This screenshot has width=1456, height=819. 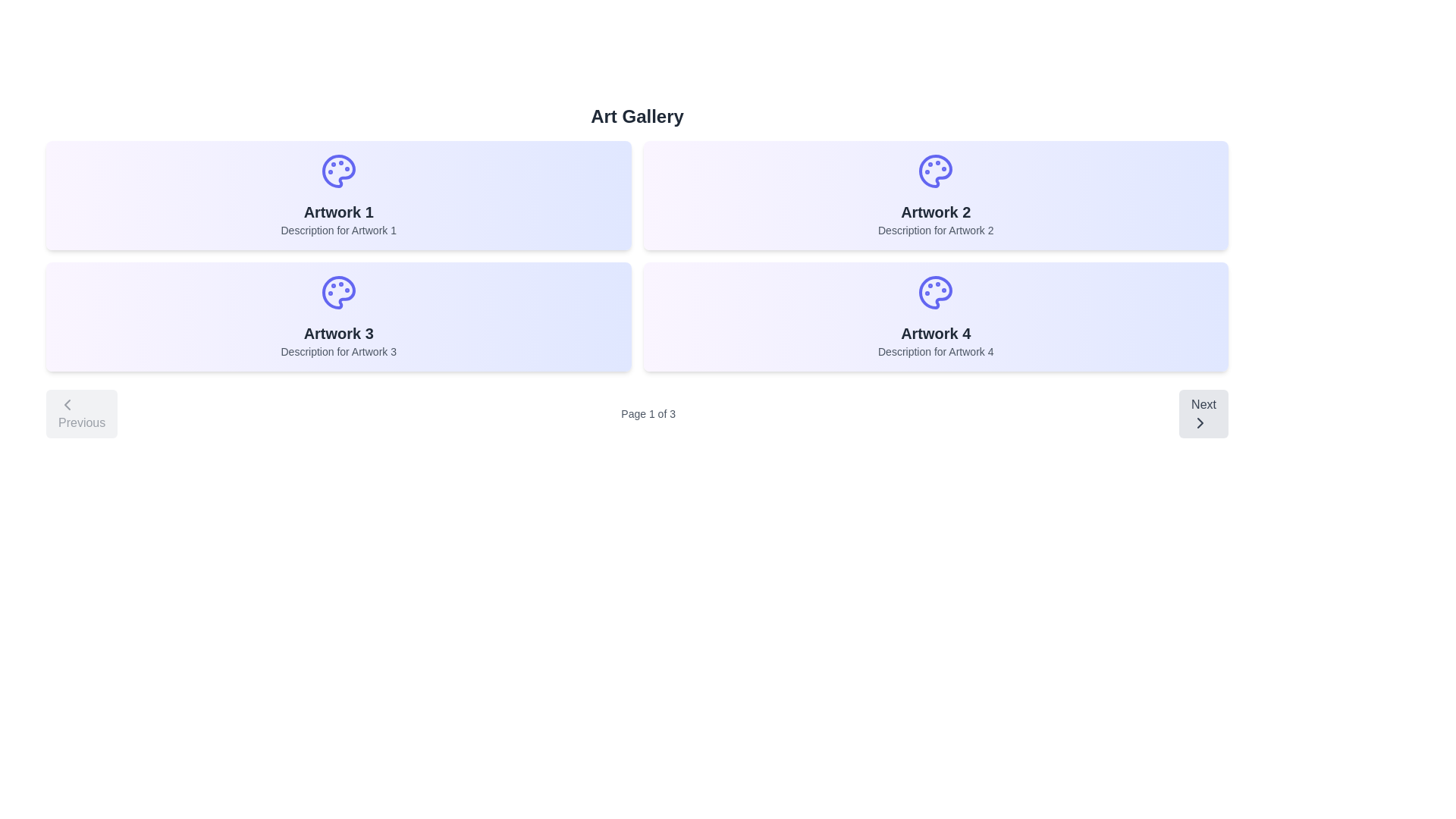 I want to click on the circular purple painter's palette icon located in the bottom-right card of the 2x2 grid layout for interaction, so click(x=934, y=292).